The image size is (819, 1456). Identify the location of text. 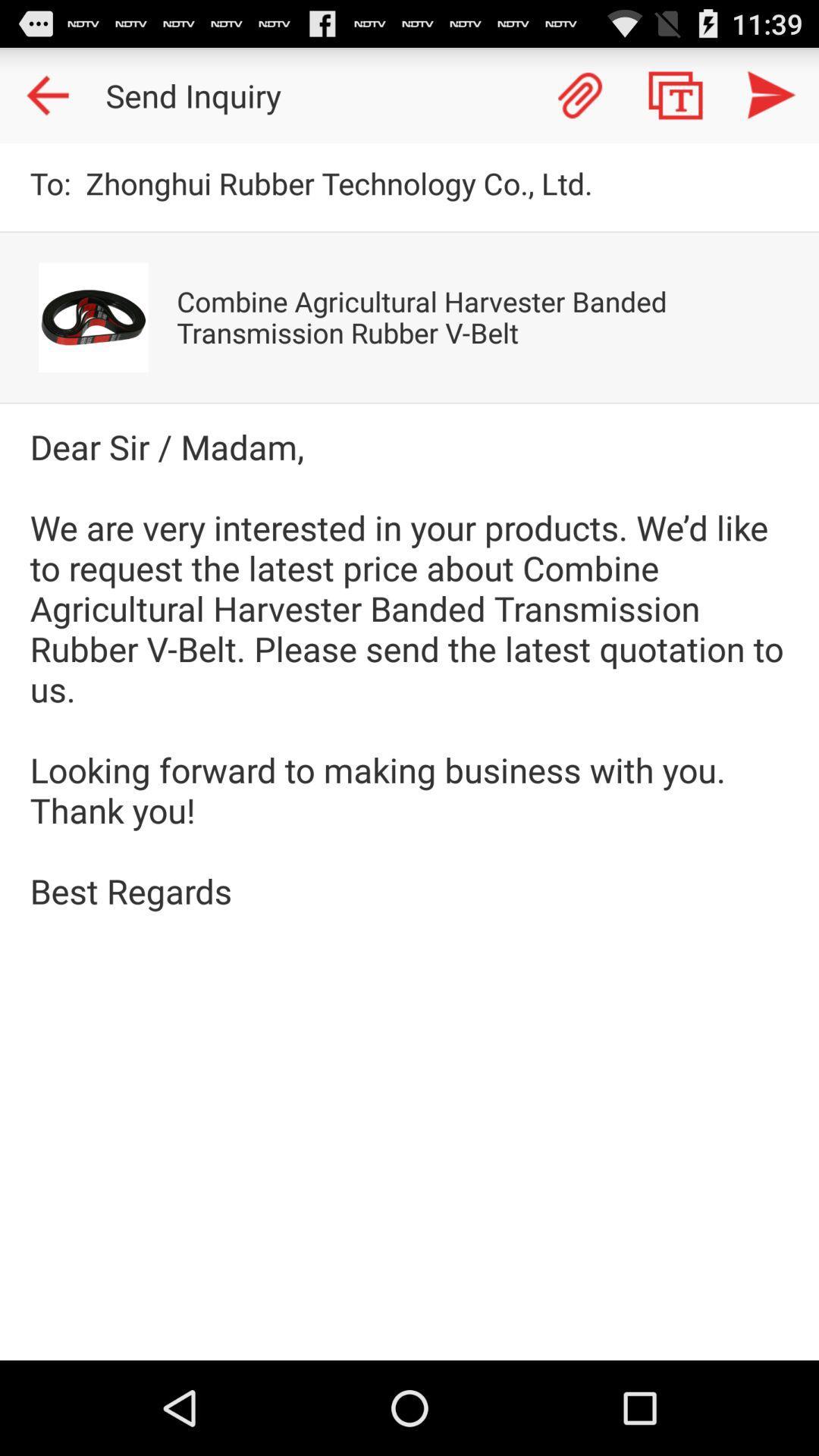
(675, 94).